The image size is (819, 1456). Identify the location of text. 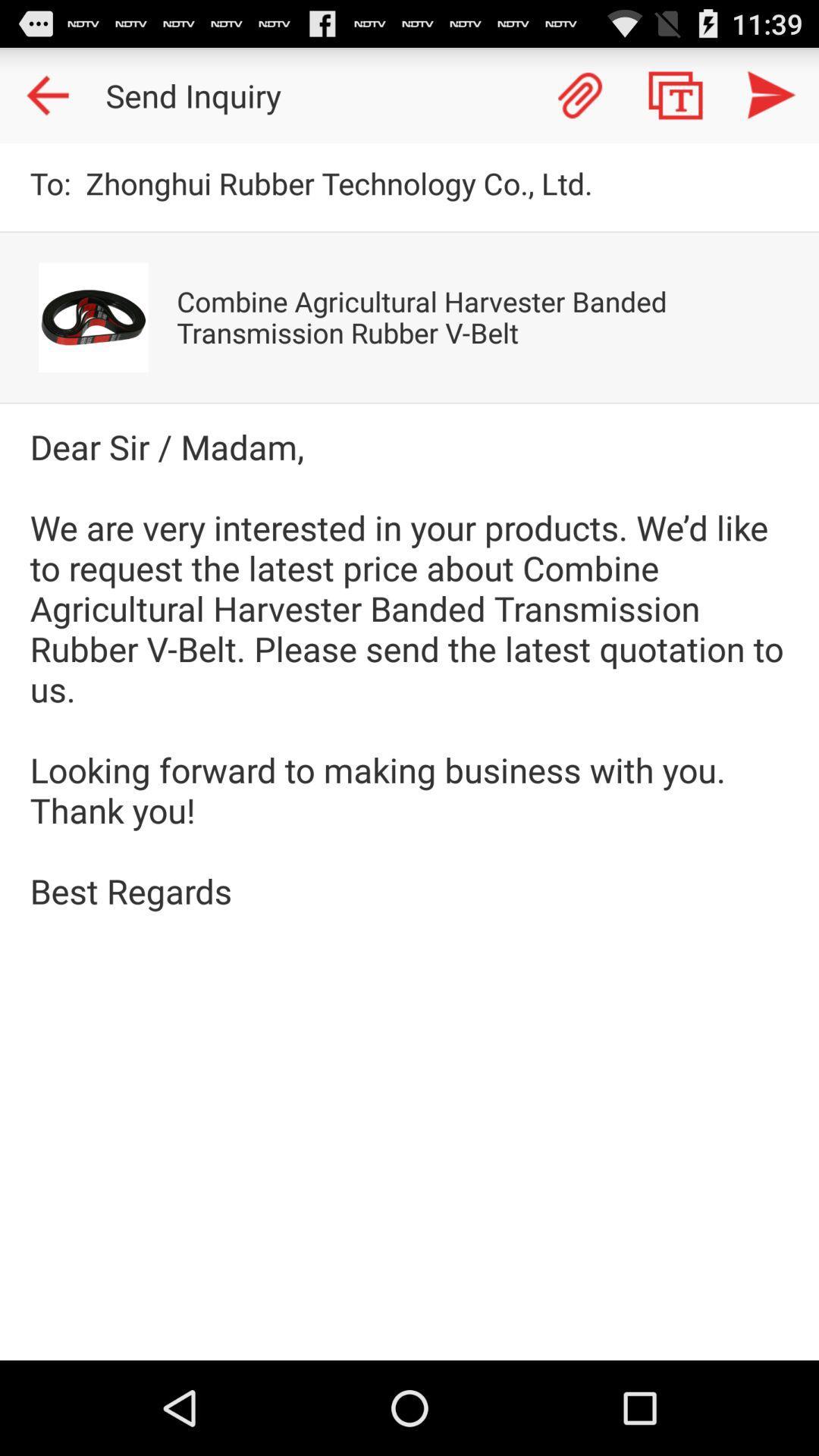
(675, 94).